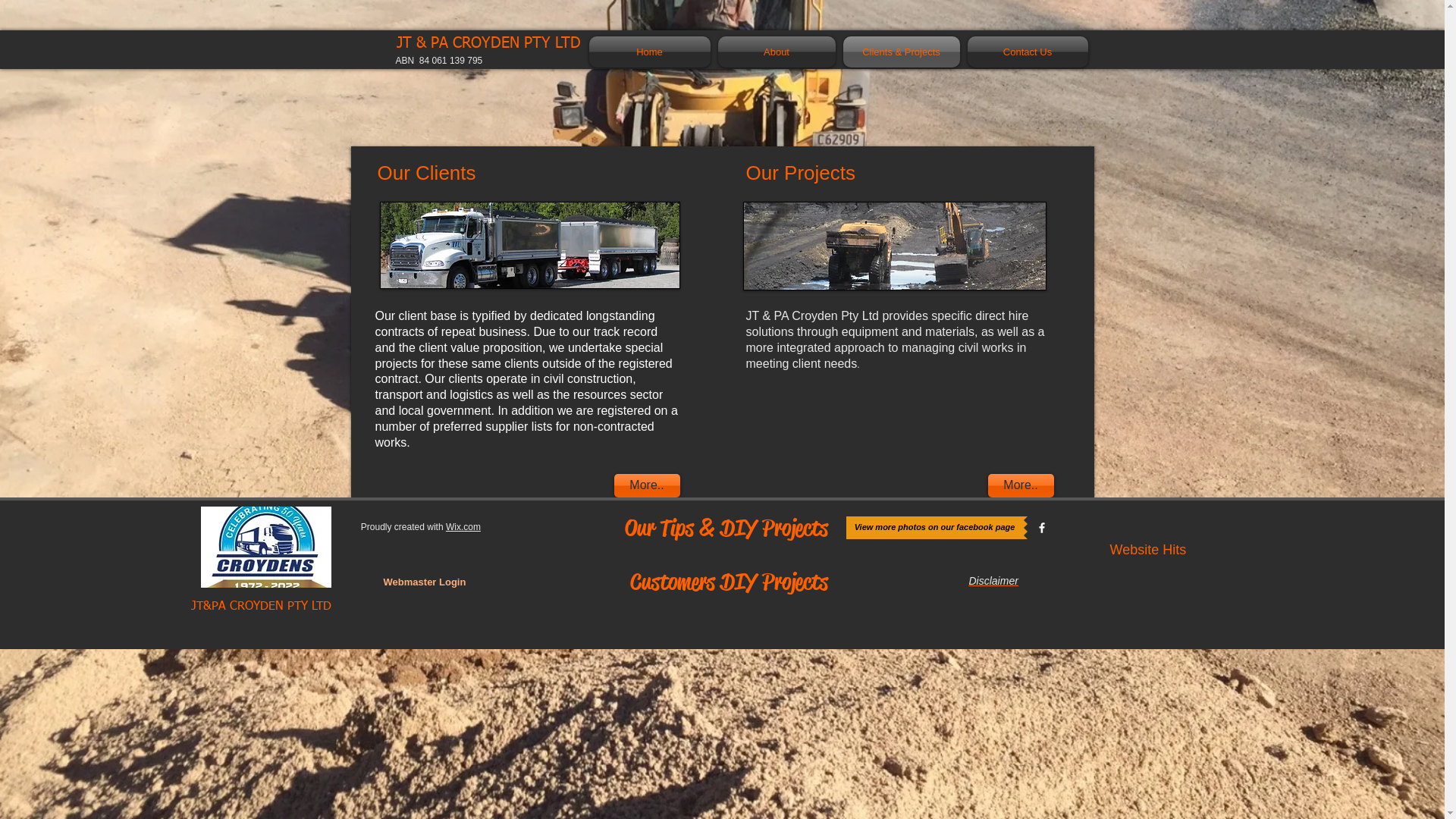 This screenshot has height=819, width=1456. I want to click on 'Clients & Projects', so click(837, 51).